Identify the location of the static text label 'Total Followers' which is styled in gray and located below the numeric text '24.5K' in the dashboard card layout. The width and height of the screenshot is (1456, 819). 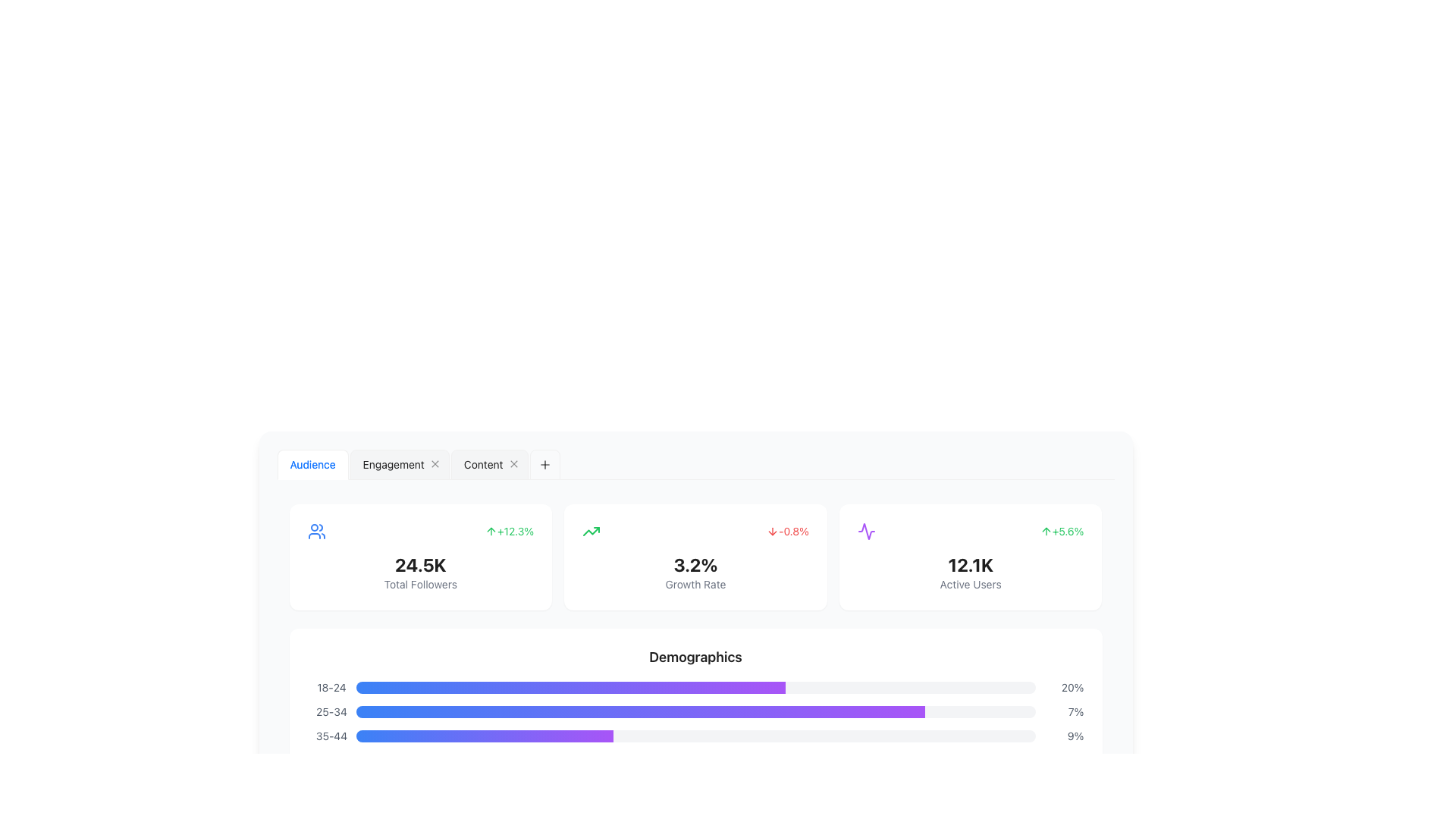
(420, 584).